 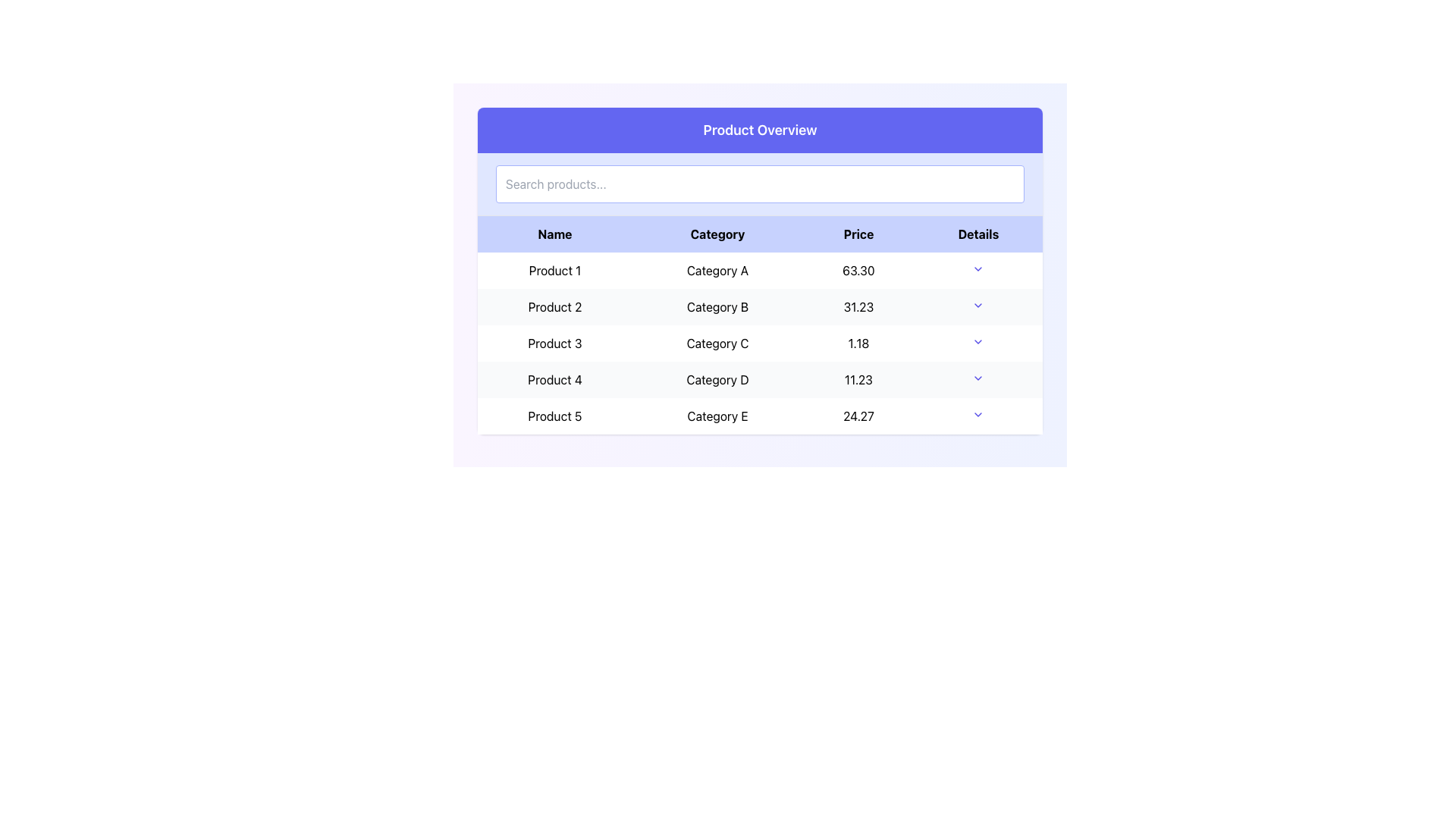 What do you see at coordinates (978, 343) in the screenshot?
I see `the dropdown toggle icon, which is an indigo blue downward-facing arrow located in the 'Details' column of the 'Product 3' row in the table` at bounding box center [978, 343].